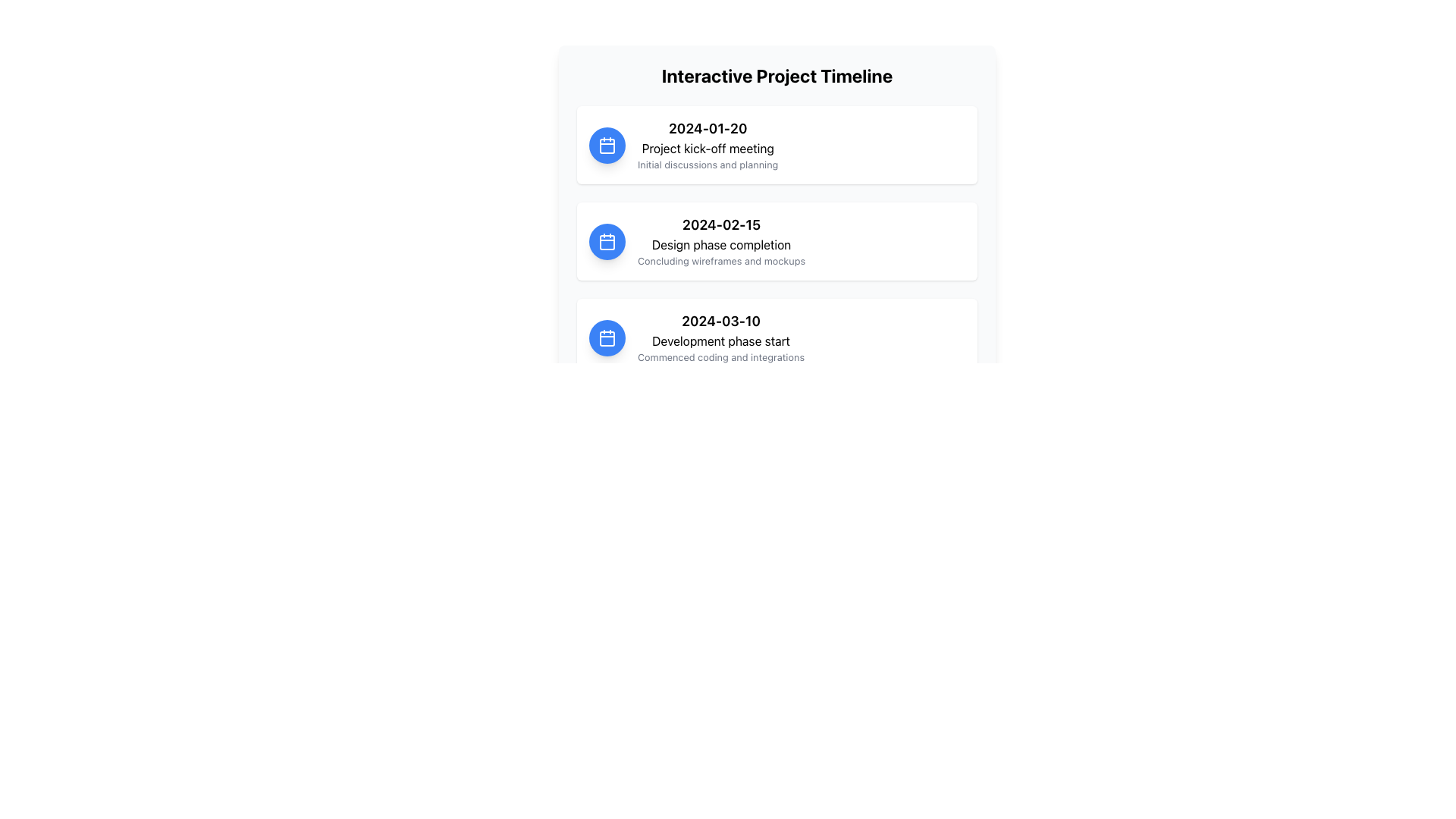 The width and height of the screenshot is (1456, 819). What do you see at coordinates (707, 165) in the screenshot?
I see `text 'Initial discussions and planning' located in the timeline section directly below the 'Project kick-off meeting' text and the date '2024-01-20'` at bounding box center [707, 165].